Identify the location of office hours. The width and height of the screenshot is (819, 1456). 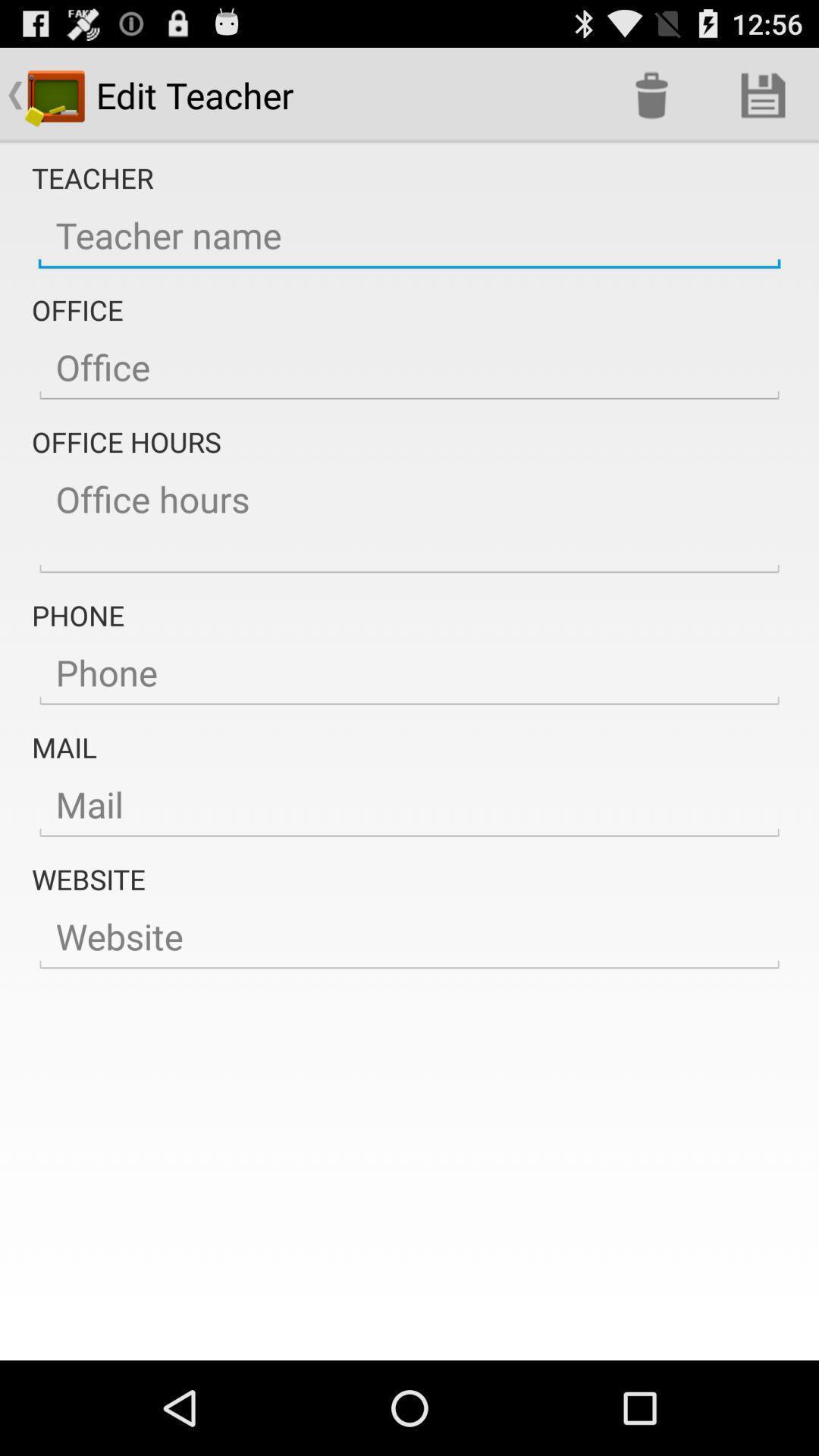
(409, 520).